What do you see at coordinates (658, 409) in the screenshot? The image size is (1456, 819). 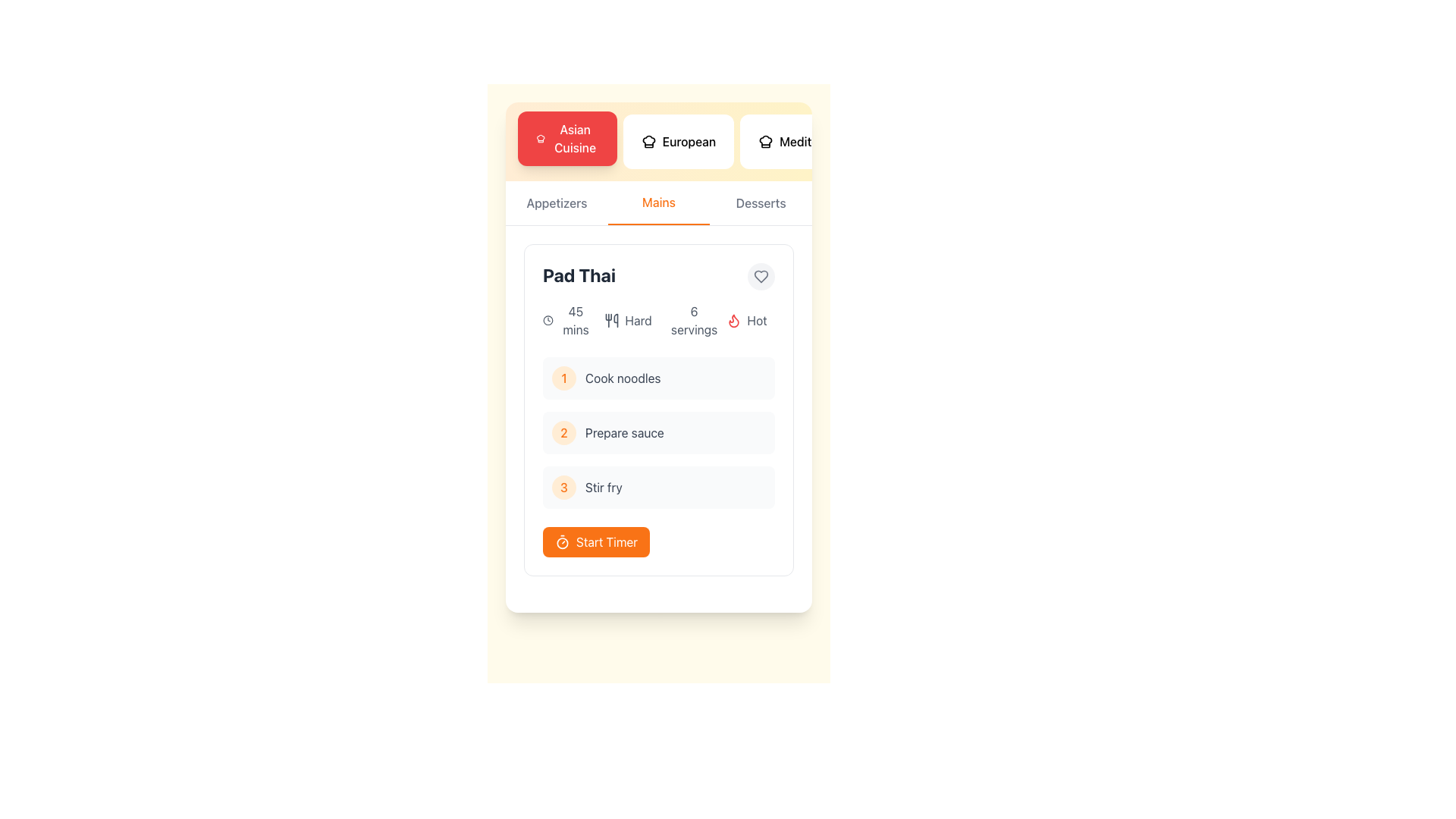 I see `the individual step in the Pad Thai recipe card for further instructions` at bounding box center [658, 409].